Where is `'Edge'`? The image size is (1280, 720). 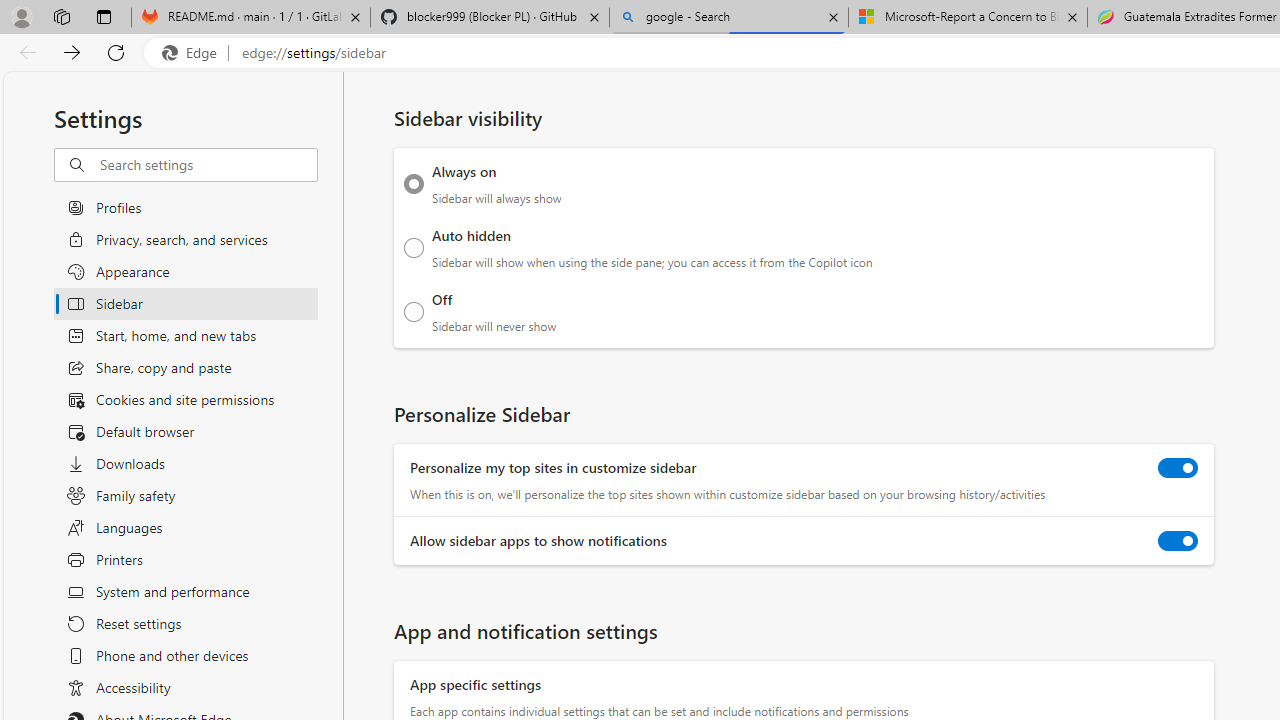 'Edge' is located at coordinates (194, 52).